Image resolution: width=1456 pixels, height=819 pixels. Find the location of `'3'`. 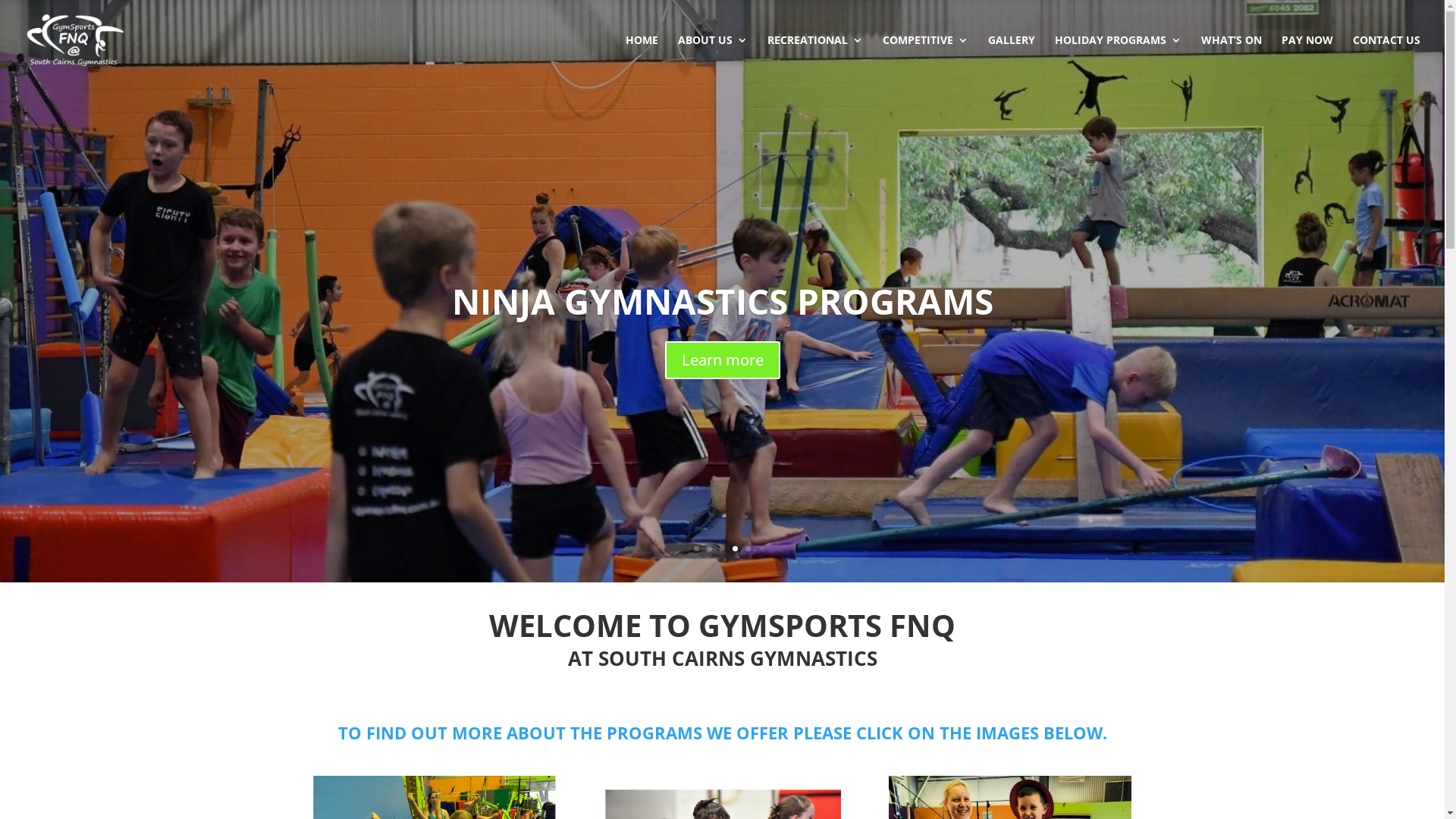

'3' is located at coordinates (721, 548).